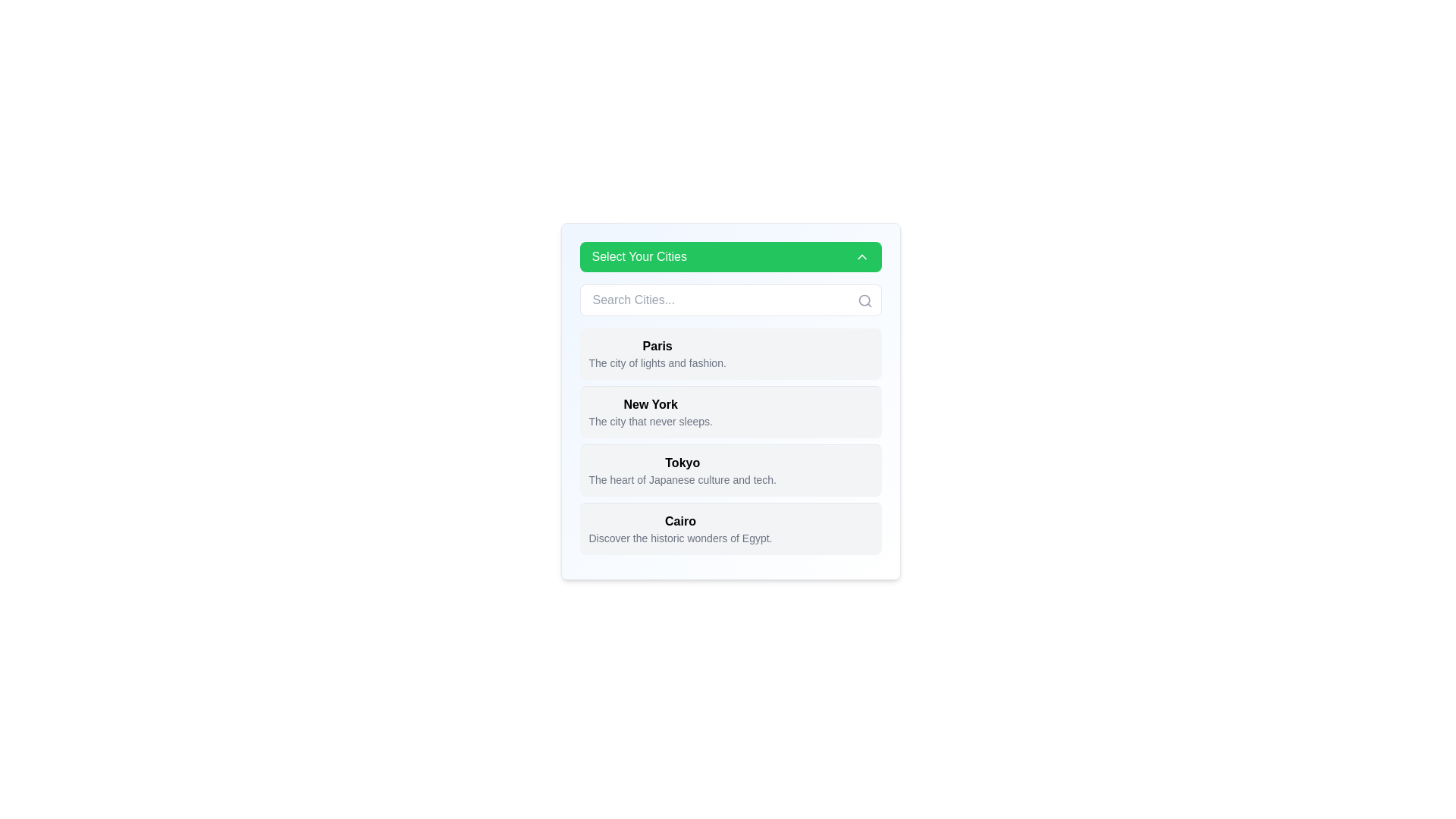 This screenshot has height=819, width=1456. I want to click on text label that corresponds to the city entry 'Tokyo' in the list, which is positioned above 'Cairo' and below 'New York', so click(682, 462).